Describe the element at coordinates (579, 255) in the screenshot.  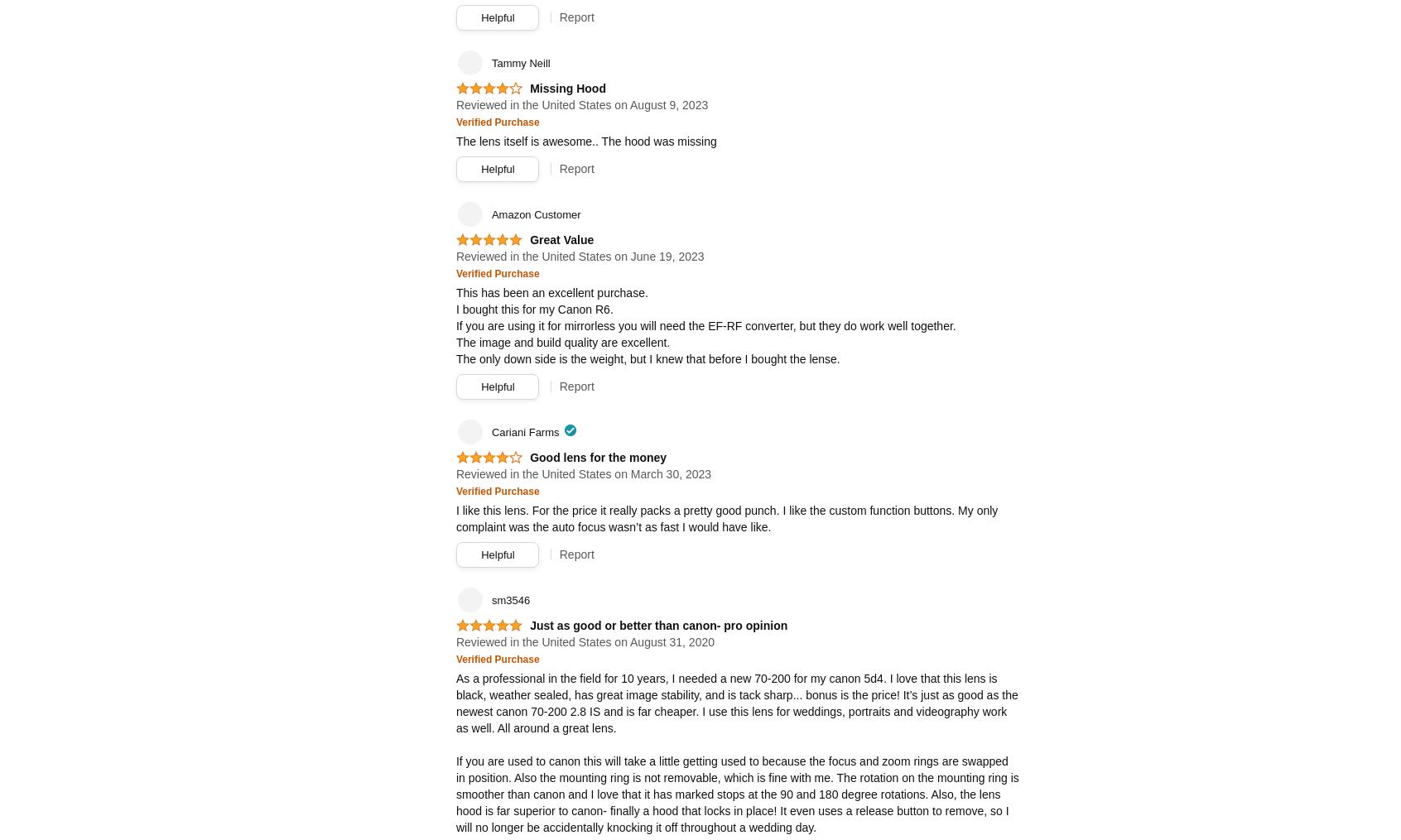
I see `'Reviewed in the United States on June 19, 2023'` at that location.